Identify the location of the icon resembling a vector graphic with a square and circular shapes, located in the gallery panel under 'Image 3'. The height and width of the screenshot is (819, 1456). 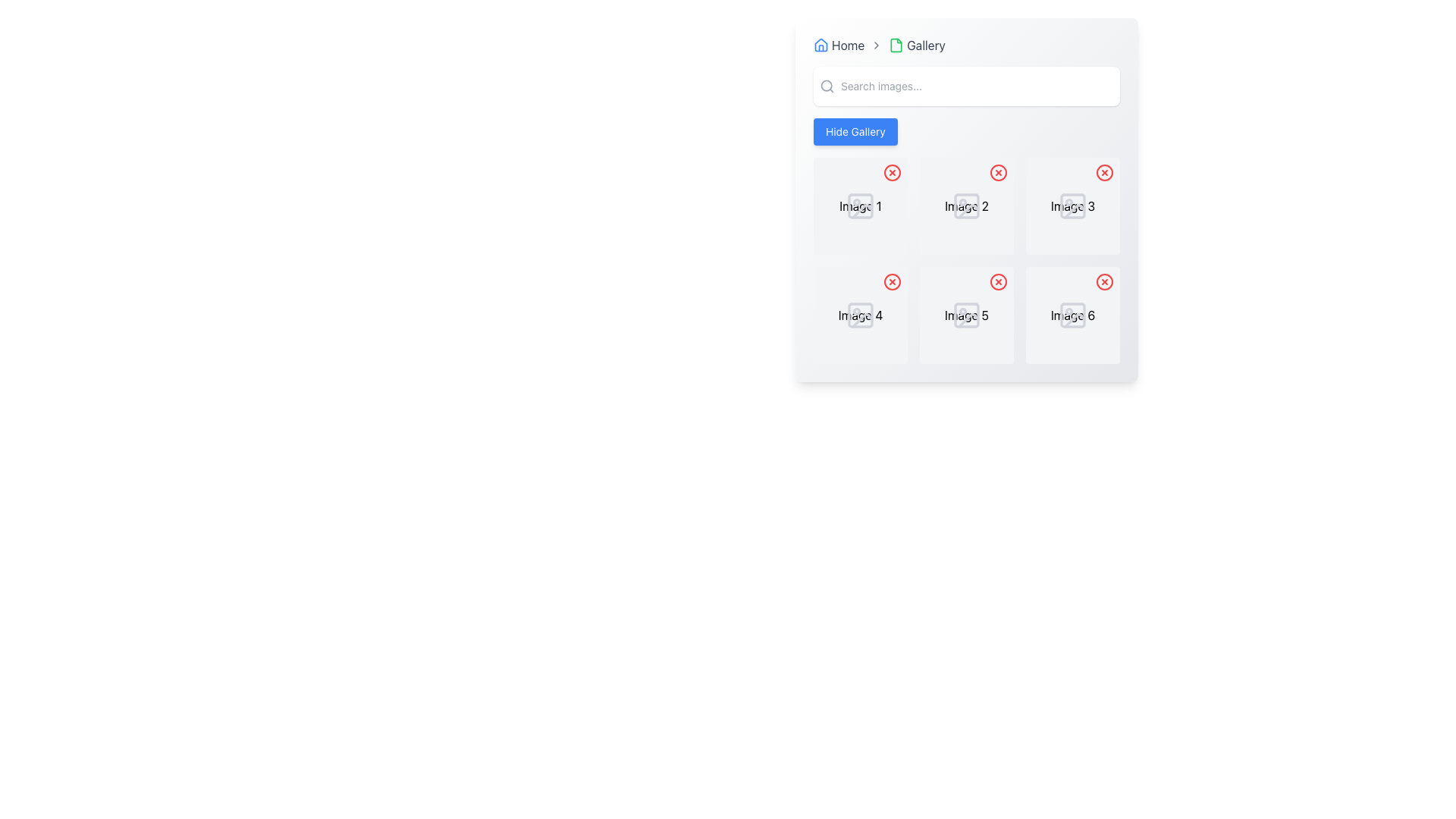
(1072, 206).